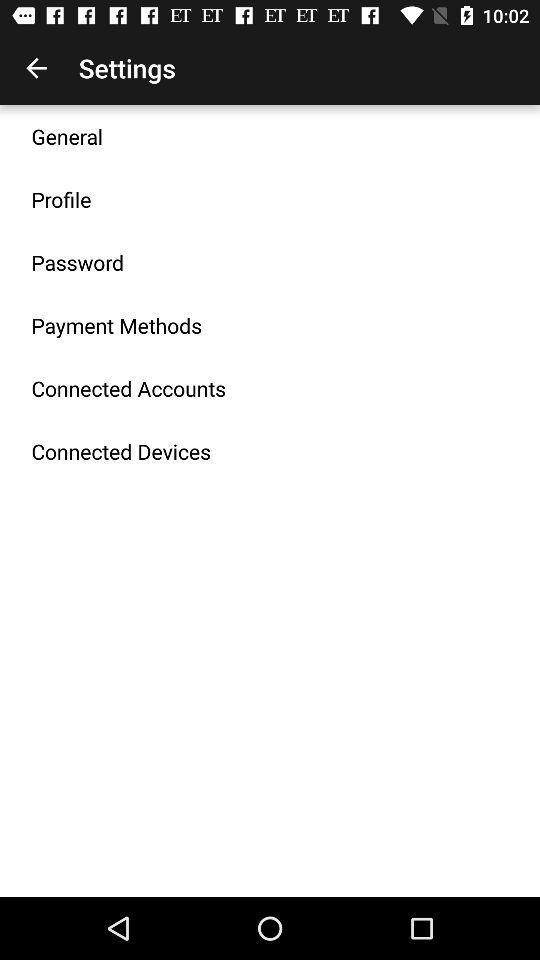  What do you see at coordinates (116, 325) in the screenshot?
I see `the payment methods` at bounding box center [116, 325].